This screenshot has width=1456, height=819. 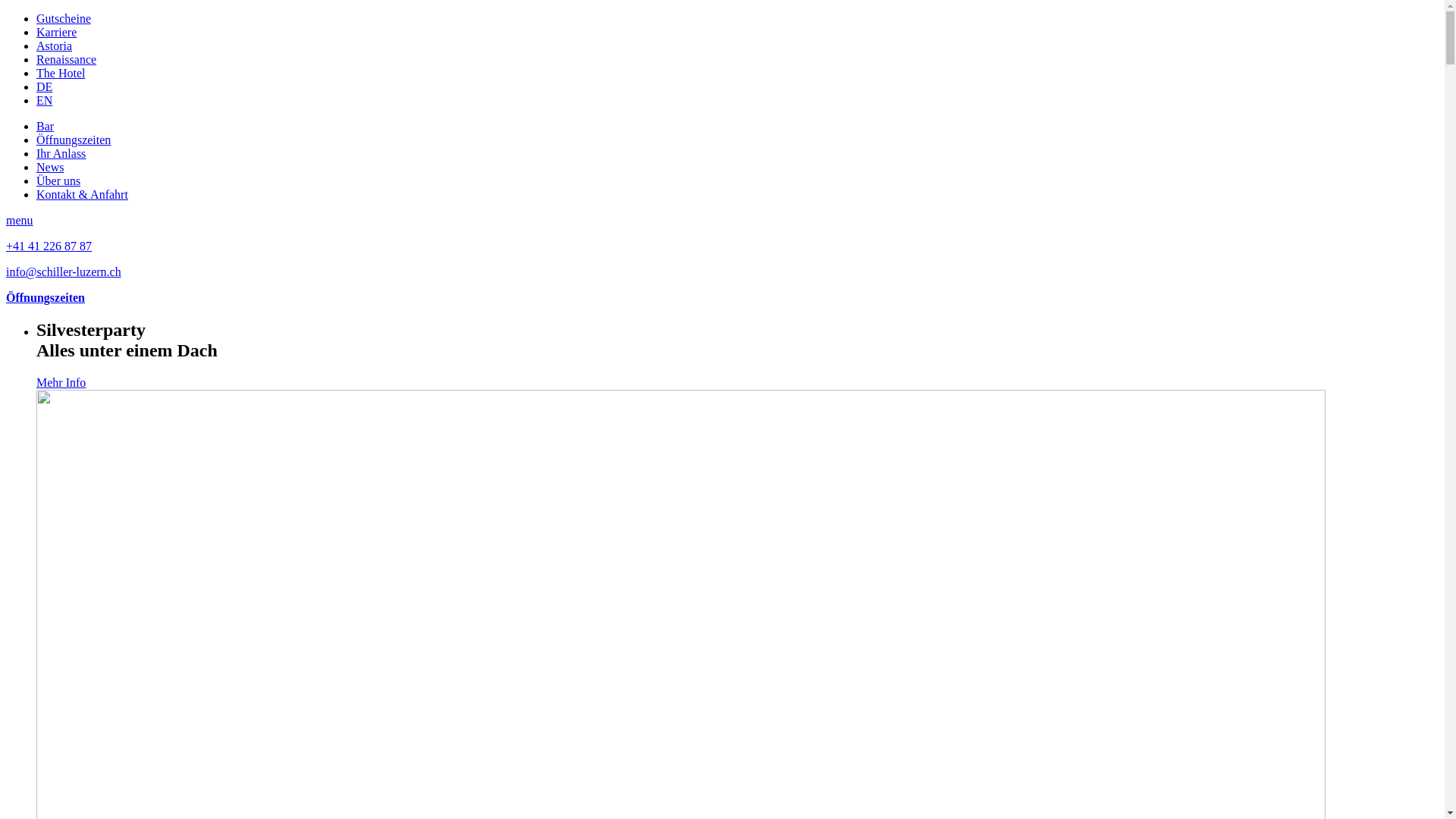 I want to click on 'News', so click(x=36, y=167).